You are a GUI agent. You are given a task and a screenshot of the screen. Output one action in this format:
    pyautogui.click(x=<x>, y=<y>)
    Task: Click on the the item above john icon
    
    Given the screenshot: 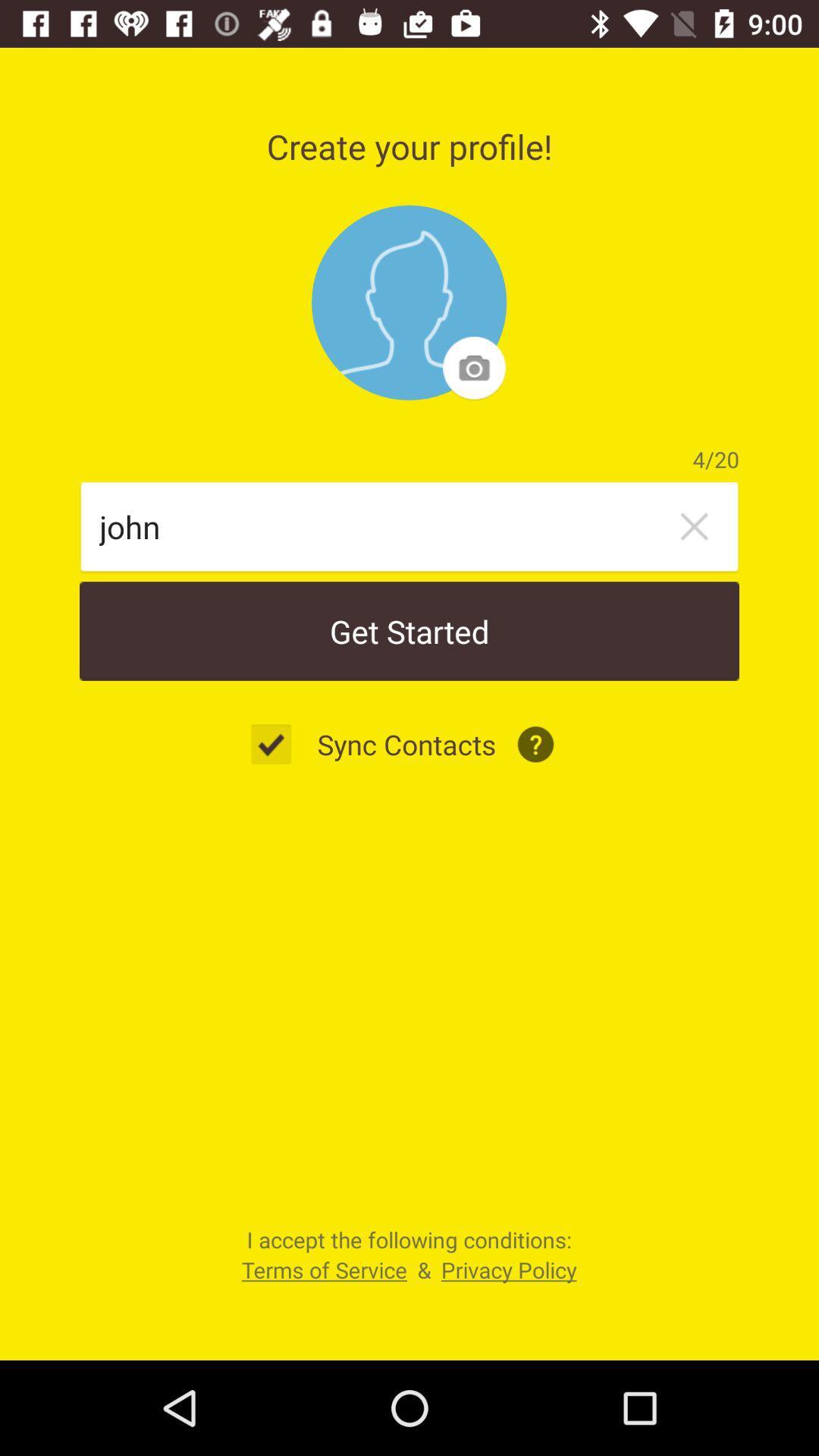 What is the action you would take?
    pyautogui.click(x=408, y=303)
    